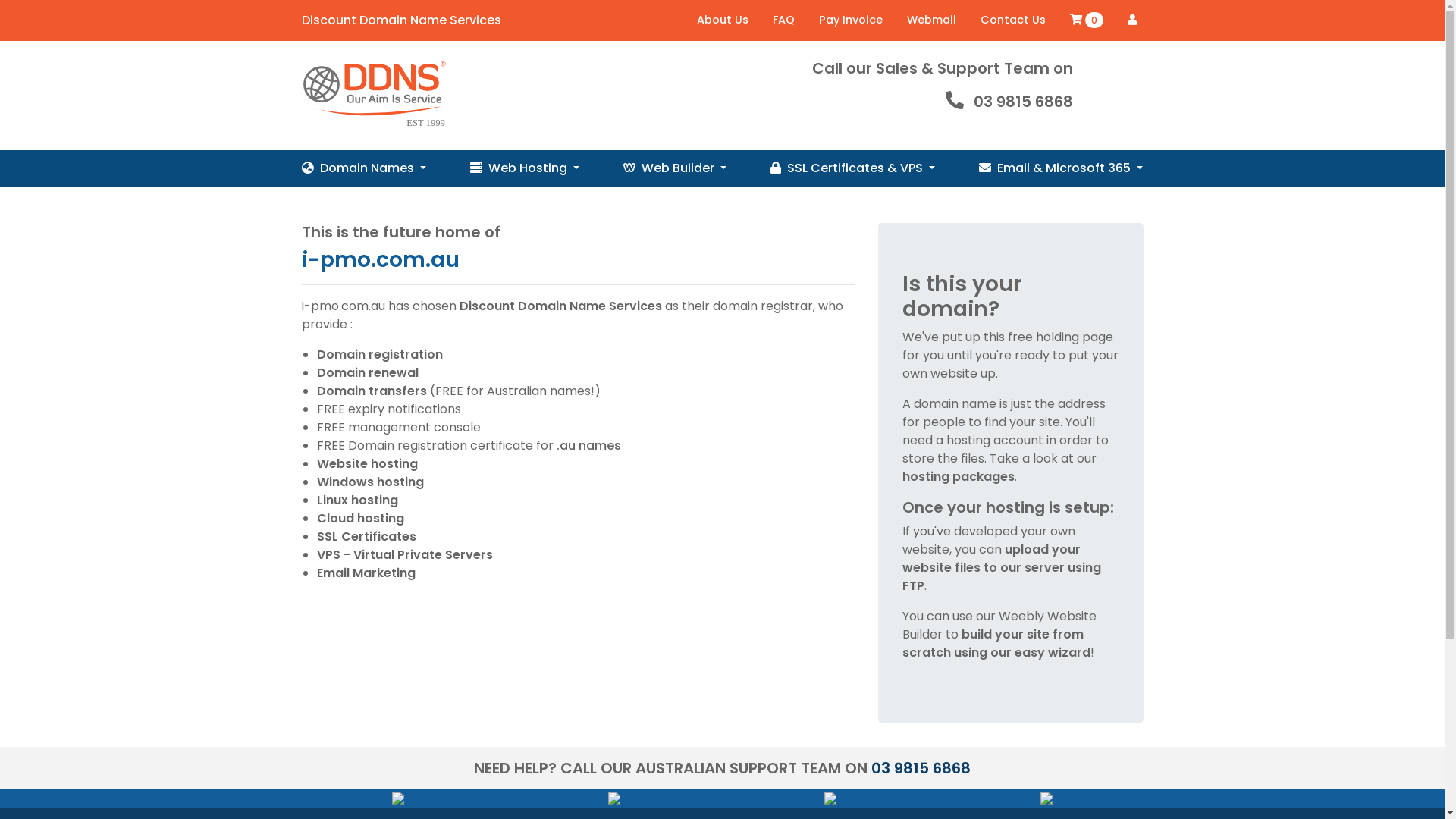 Image resolution: width=1456 pixels, height=819 pixels. What do you see at coordinates (1001, 567) in the screenshot?
I see `'upload your website files to our server using FTP'` at bounding box center [1001, 567].